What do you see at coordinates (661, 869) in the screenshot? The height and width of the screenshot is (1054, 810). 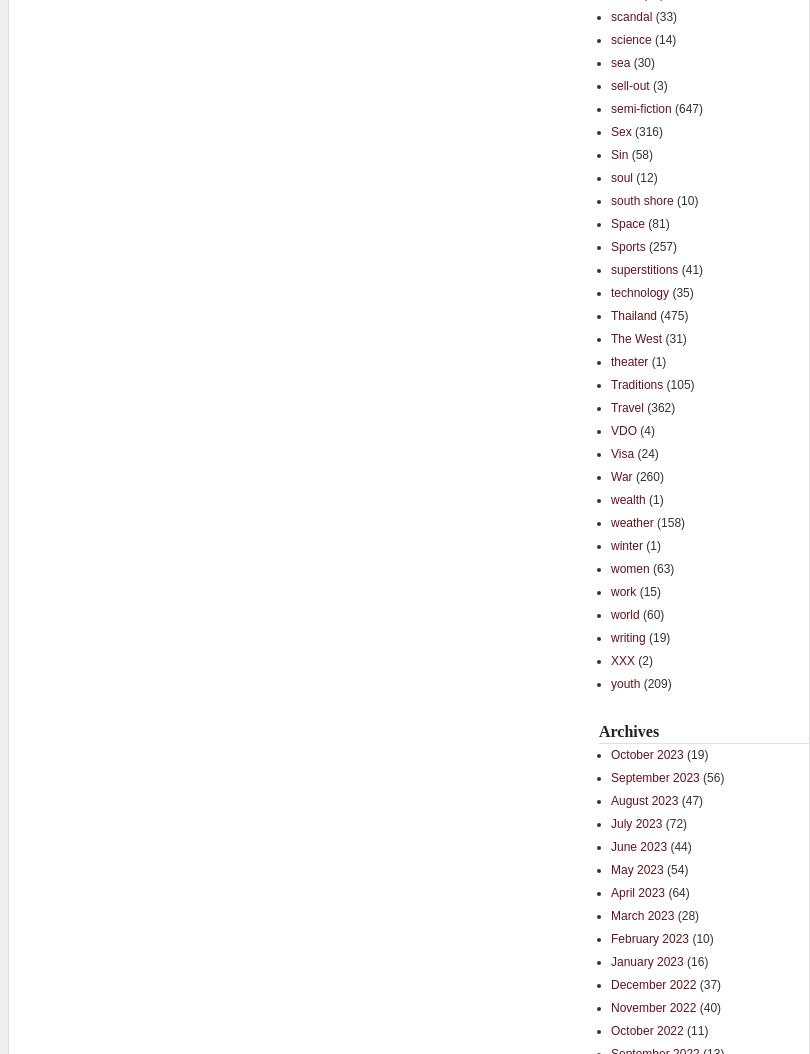 I see `'(54)'` at bounding box center [661, 869].